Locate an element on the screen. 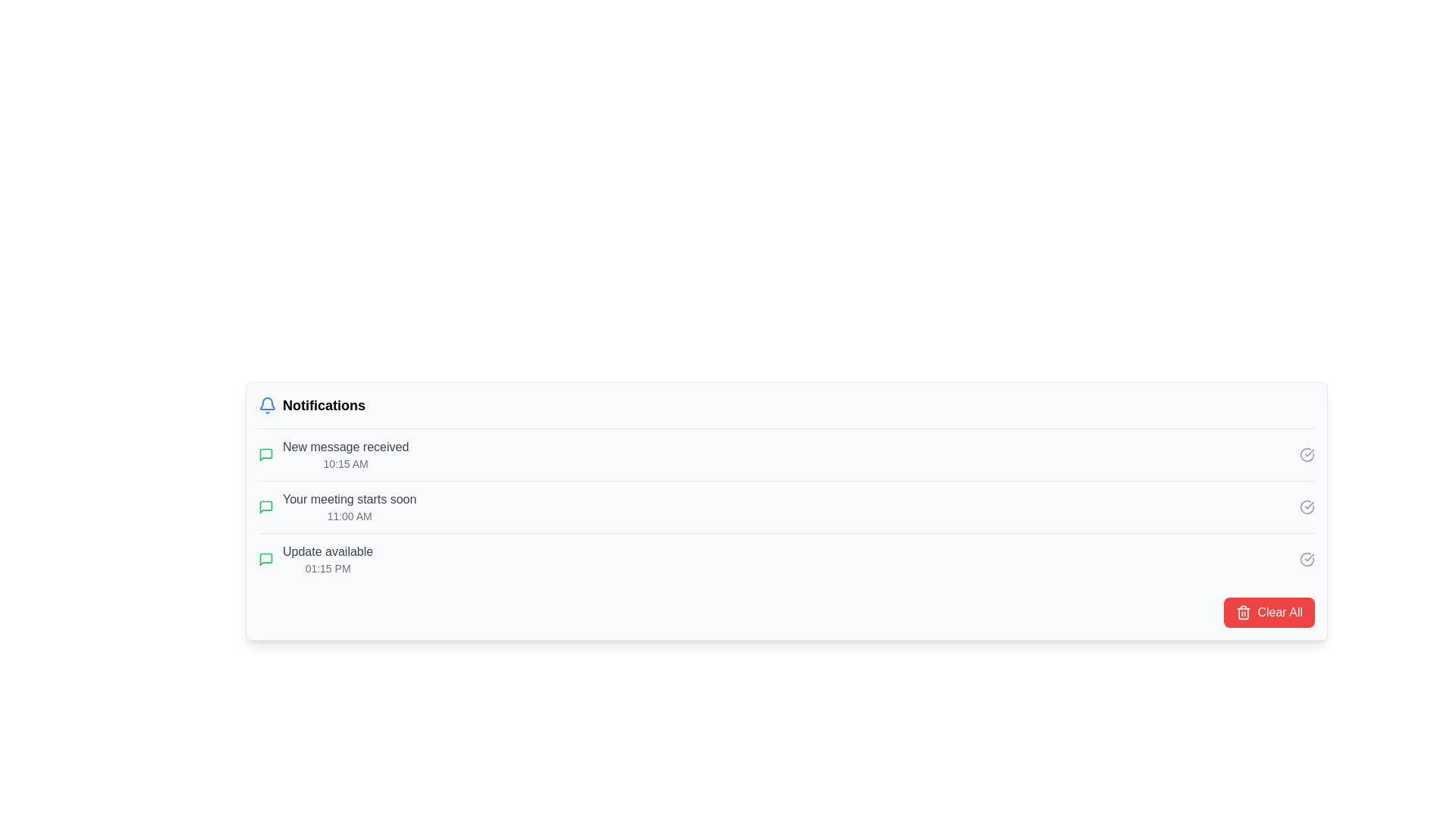 This screenshot has width=1456, height=819. the Text Label located at the top-left corner of the first notification entry, directly above the timestamp '10:15 AM' is located at coordinates (345, 447).